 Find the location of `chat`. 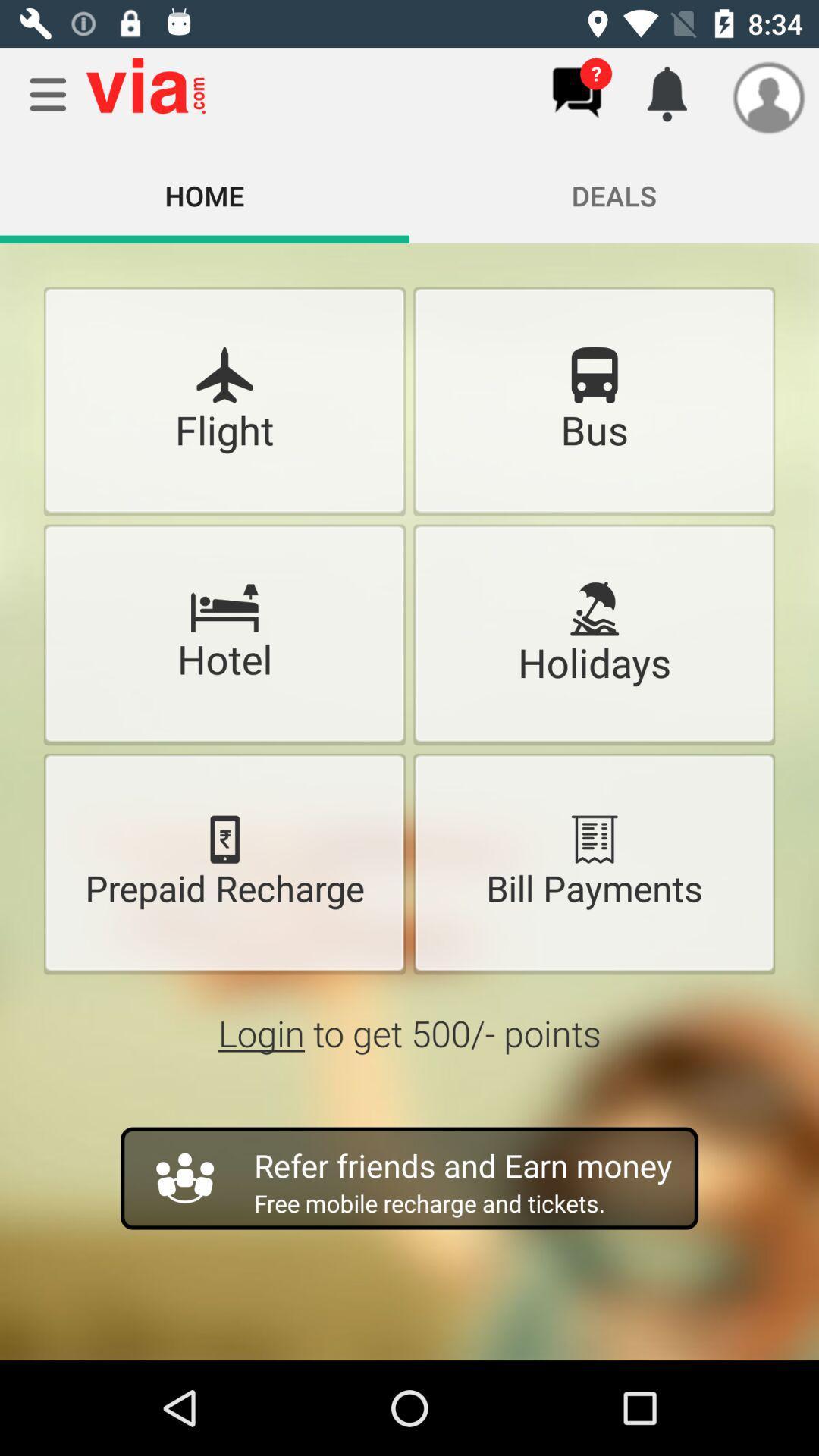

chat is located at coordinates (576, 92).